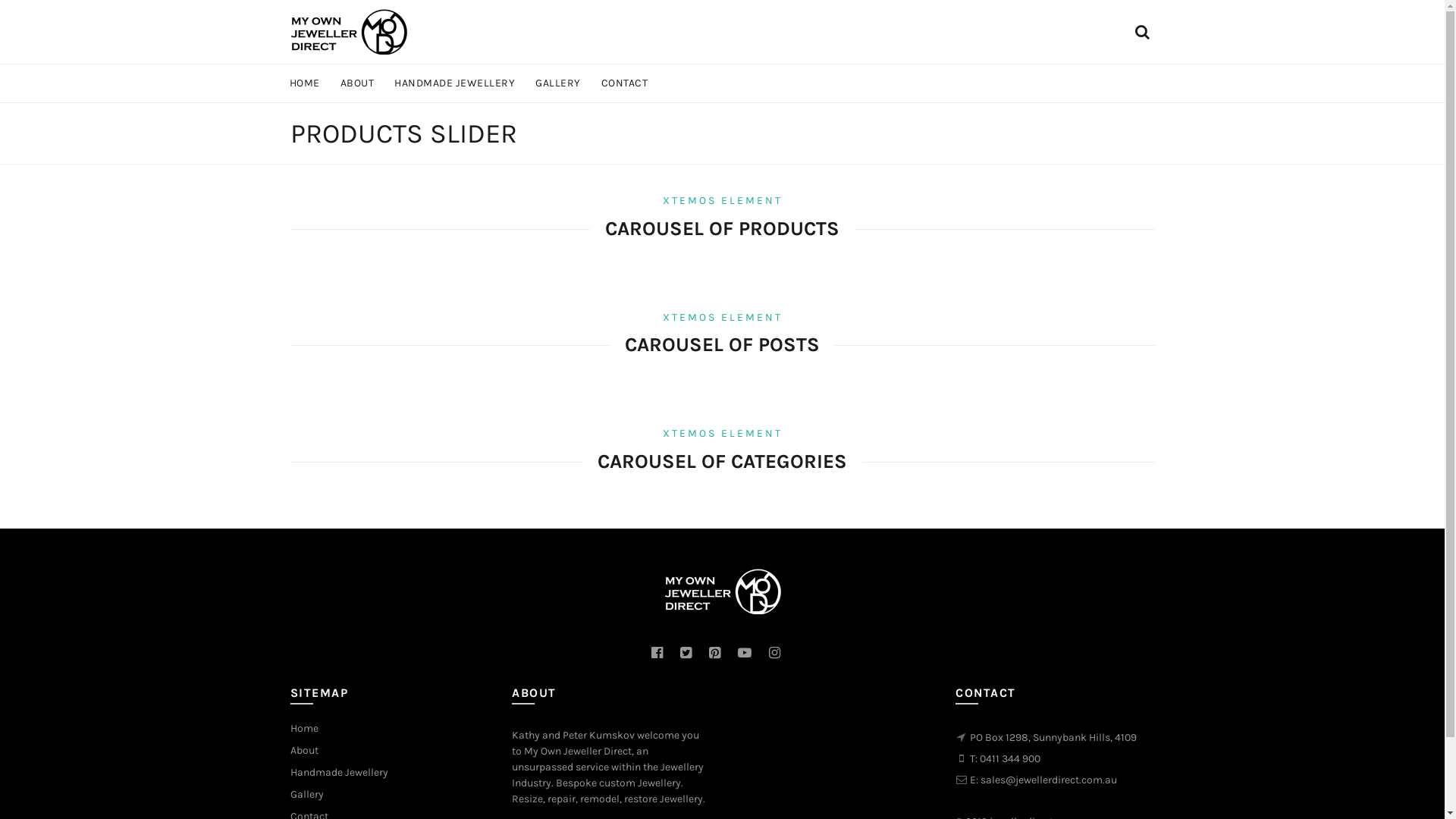 The height and width of the screenshot is (819, 1456). What do you see at coordinates (557, 83) in the screenshot?
I see `'GALLERY'` at bounding box center [557, 83].